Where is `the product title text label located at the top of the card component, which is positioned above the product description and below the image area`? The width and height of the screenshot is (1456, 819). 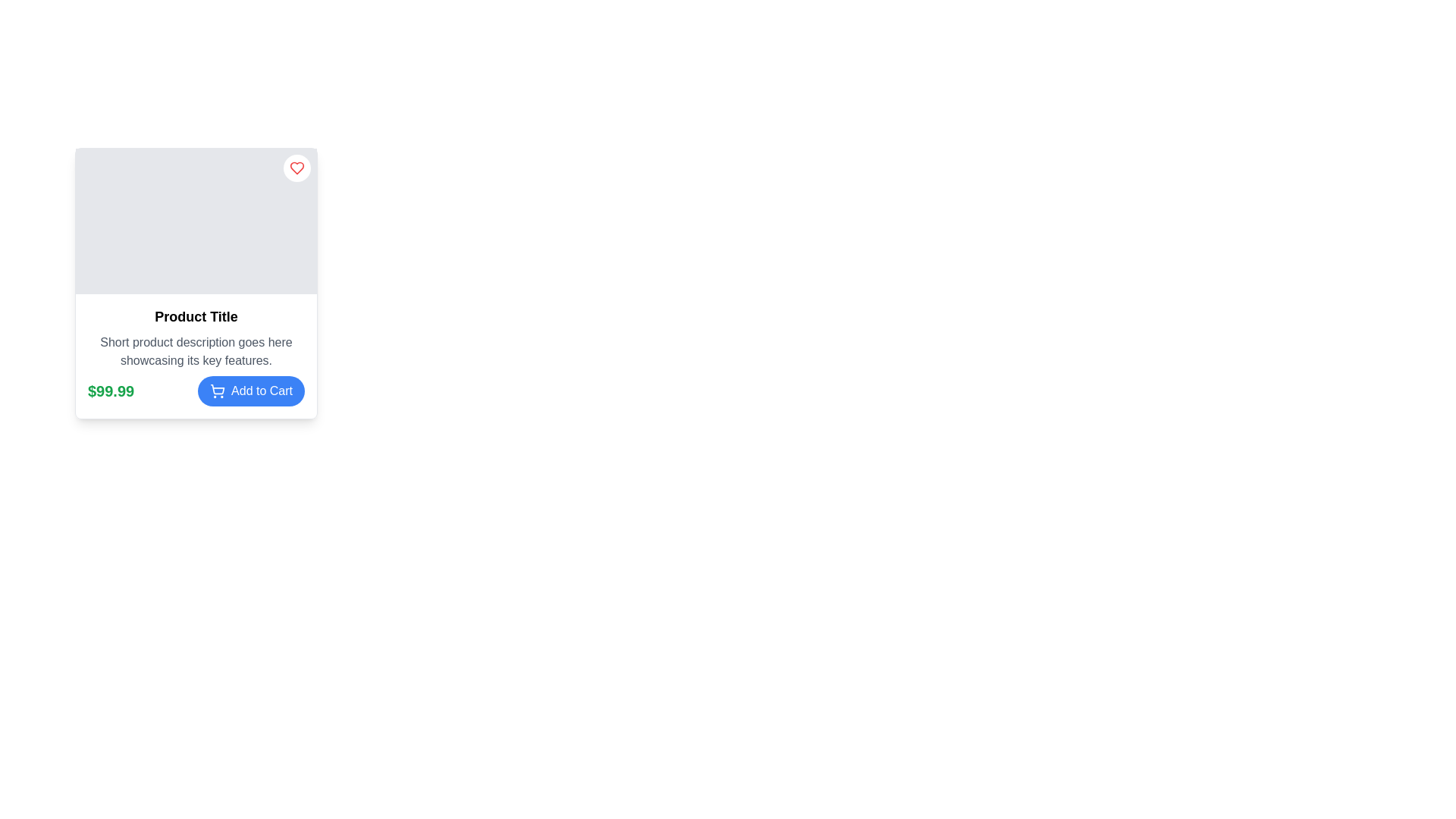 the product title text label located at the top of the card component, which is positioned above the product description and below the image area is located at coordinates (196, 315).